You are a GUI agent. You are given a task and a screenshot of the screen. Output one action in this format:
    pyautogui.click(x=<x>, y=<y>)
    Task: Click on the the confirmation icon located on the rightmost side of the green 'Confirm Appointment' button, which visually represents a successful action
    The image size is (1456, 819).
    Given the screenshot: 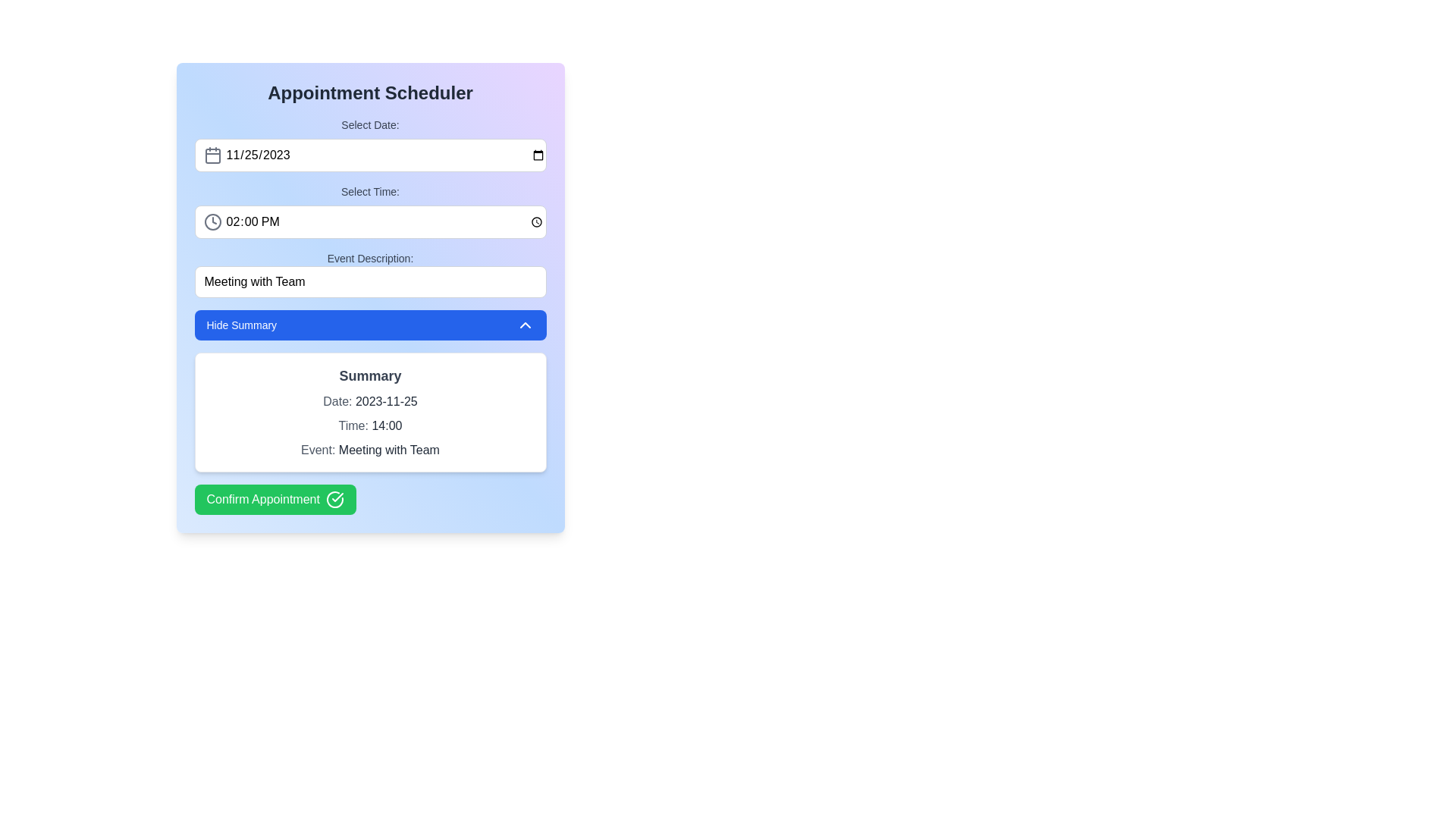 What is the action you would take?
    pyautogui.click(x=334, y=500)
    